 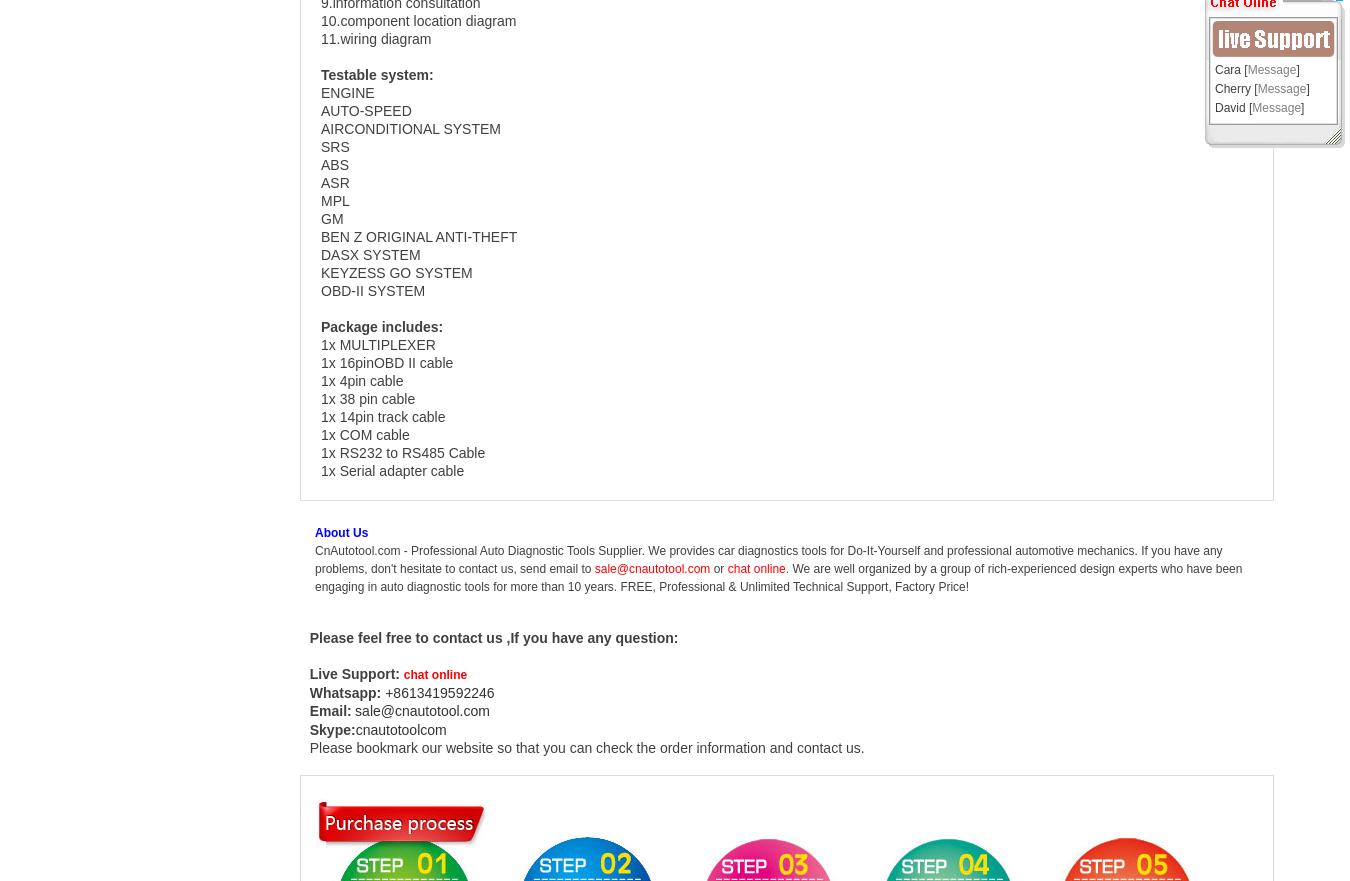 I want to click on '11.wiring diagram', so click(x=375, y=39).